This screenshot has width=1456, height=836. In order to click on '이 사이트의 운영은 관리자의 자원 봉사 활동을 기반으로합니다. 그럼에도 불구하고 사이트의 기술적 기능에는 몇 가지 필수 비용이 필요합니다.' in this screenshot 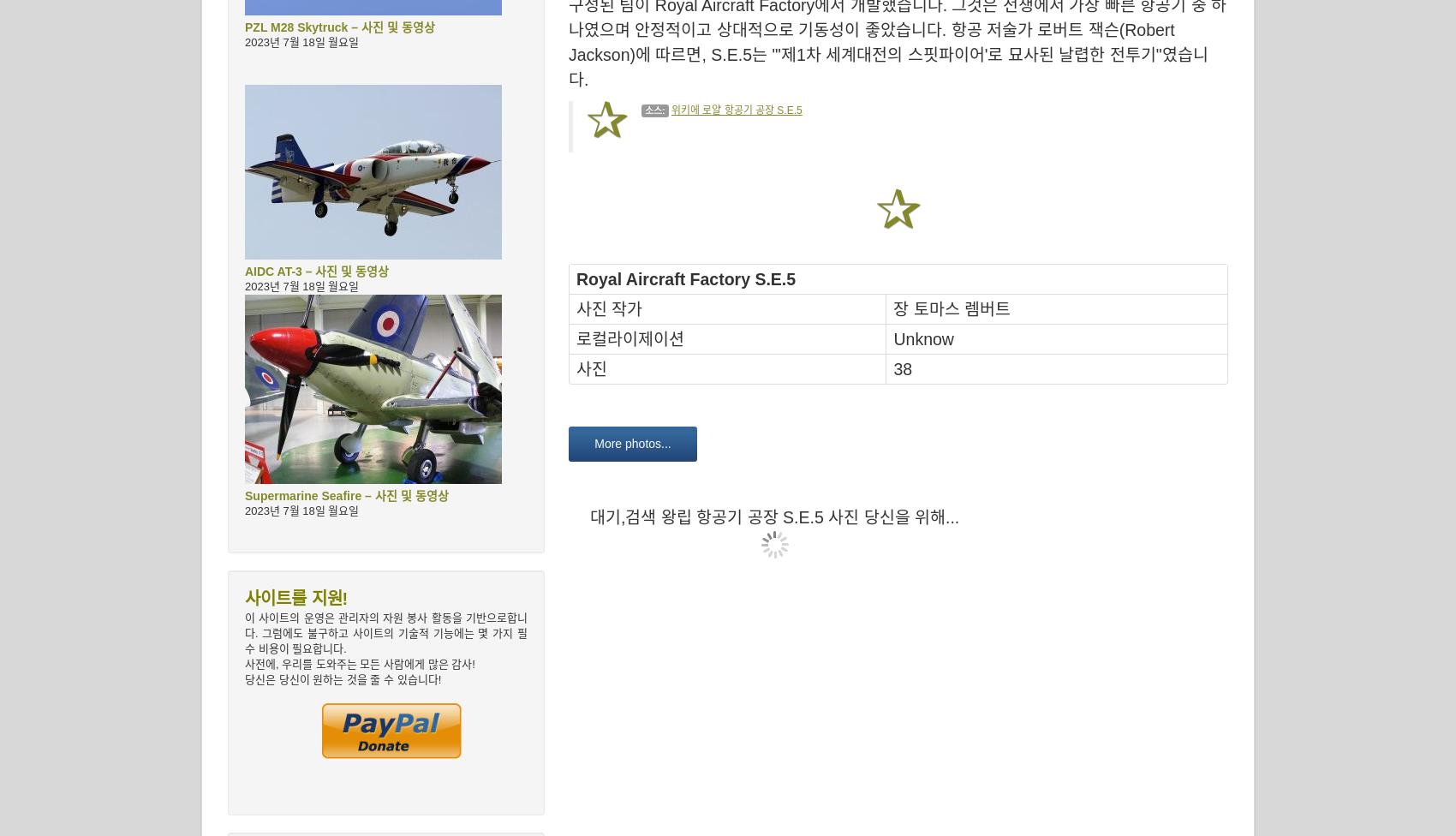, I will do `click(386, 633)`.